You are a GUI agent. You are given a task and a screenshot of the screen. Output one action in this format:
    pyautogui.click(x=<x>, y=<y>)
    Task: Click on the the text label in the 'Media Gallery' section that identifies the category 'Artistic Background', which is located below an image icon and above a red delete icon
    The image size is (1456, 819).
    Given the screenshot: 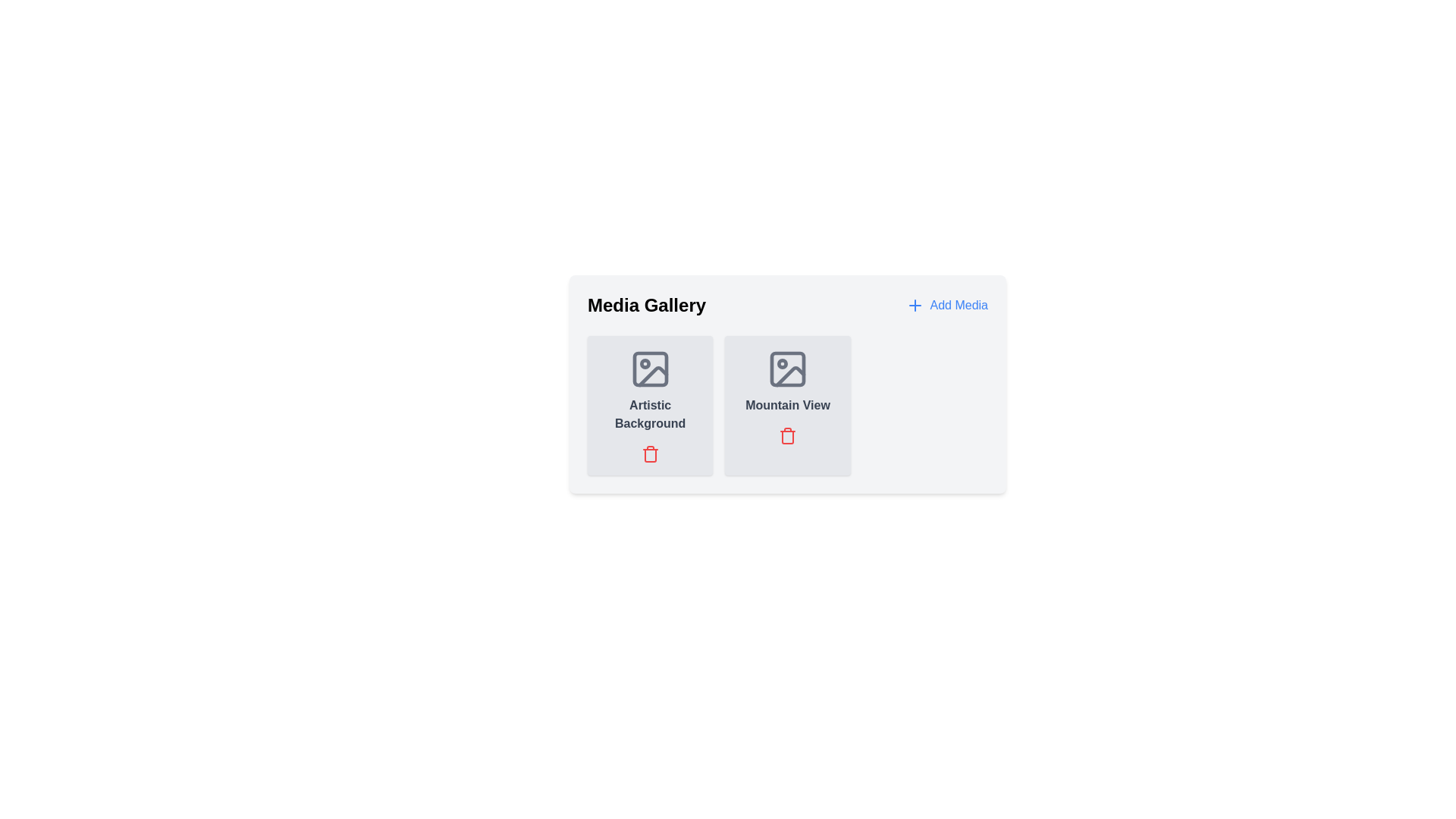 What is the action you would take?
    pyautogui.click(x=650, y=415)
    